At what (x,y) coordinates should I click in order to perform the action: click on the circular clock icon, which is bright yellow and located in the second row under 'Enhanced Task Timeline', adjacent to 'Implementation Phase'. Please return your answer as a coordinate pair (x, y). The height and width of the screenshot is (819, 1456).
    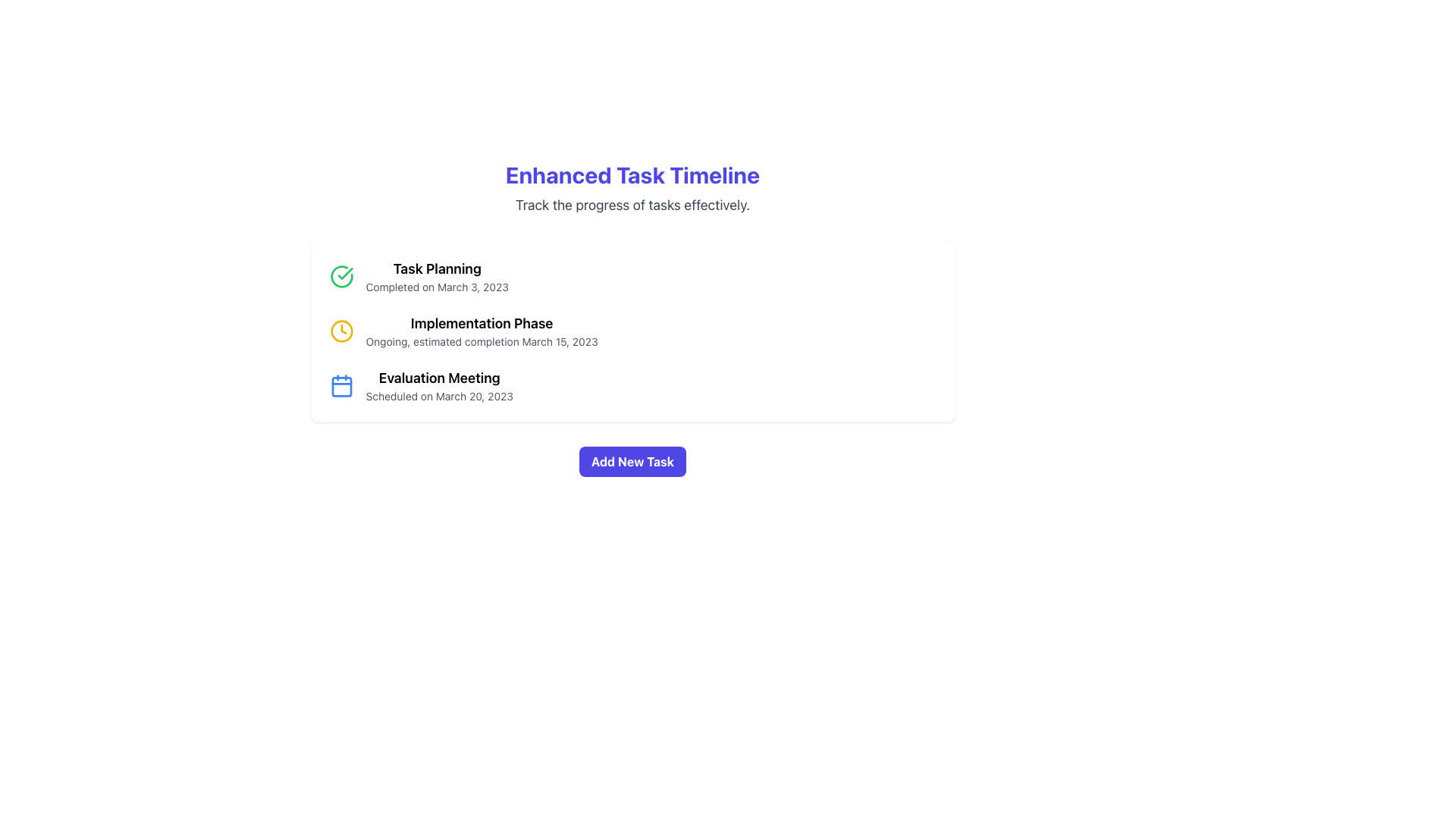
    Looking at the image, I should click on (340, 330).